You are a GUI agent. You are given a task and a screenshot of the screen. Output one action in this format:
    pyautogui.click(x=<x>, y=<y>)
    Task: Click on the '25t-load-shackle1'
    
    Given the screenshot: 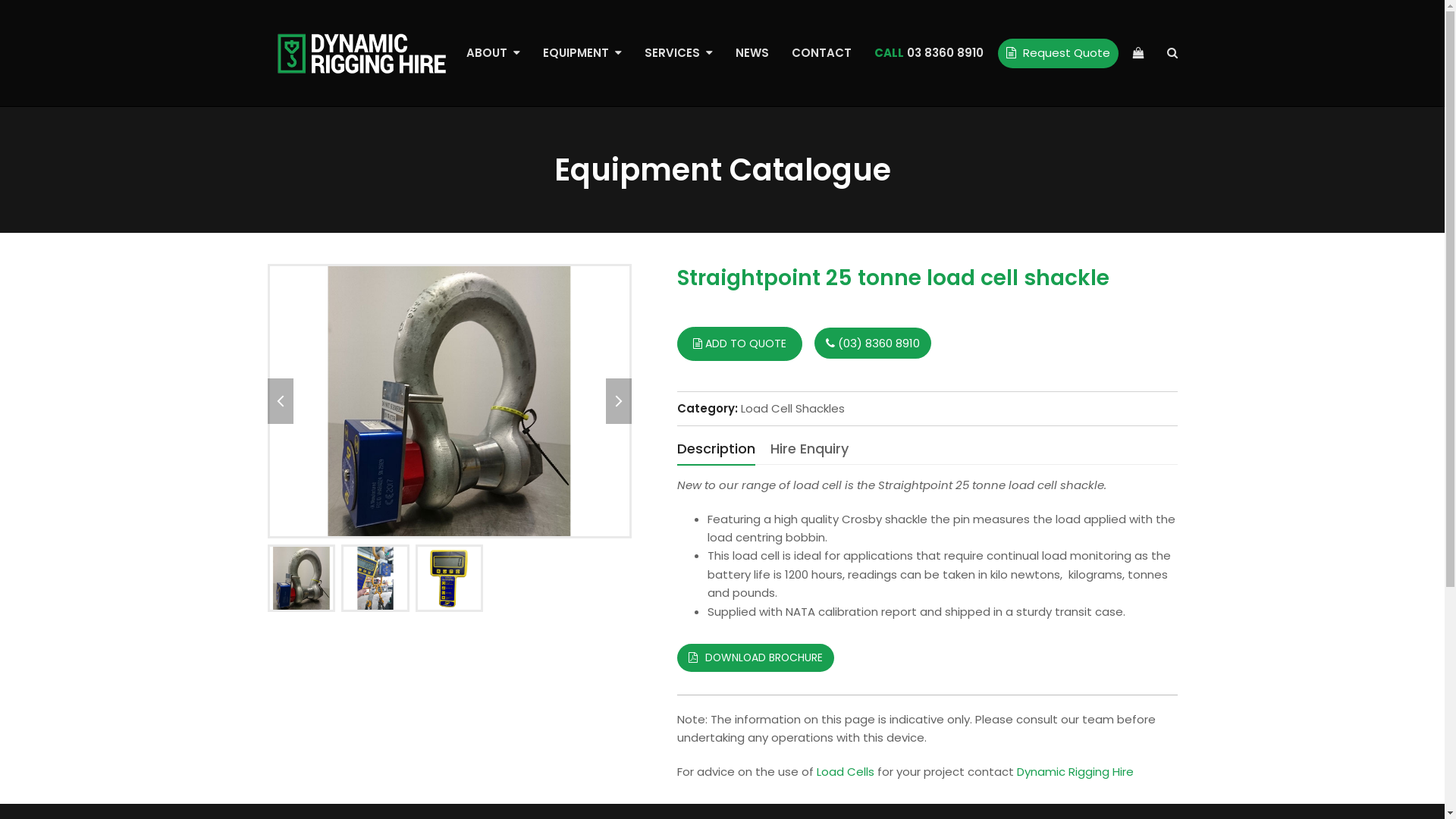 What is the action you would take?
    pyautogui.click(x=447, y=400)
    